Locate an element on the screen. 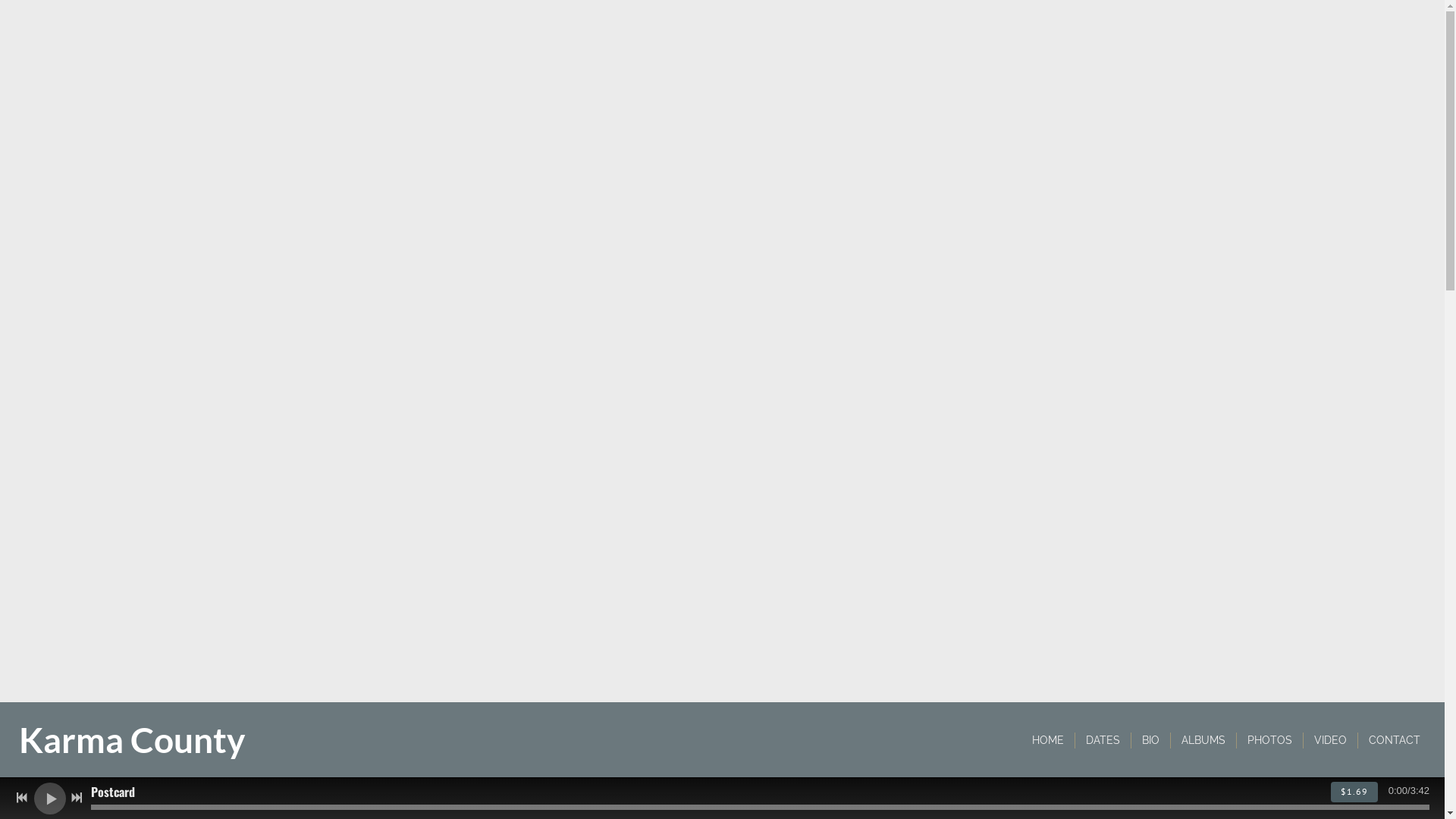  'CONTACT' is located at coordinates (1394, 739).